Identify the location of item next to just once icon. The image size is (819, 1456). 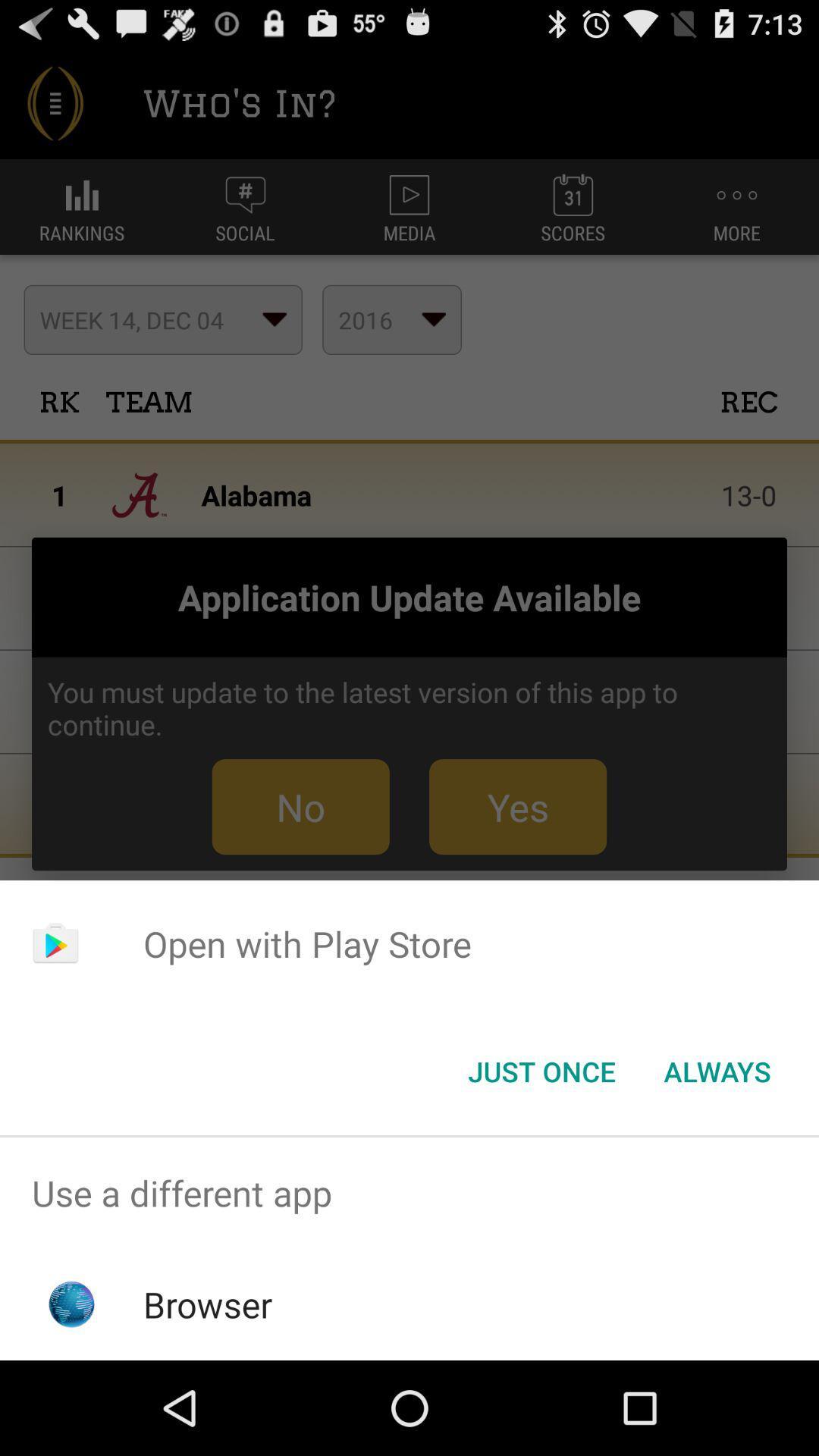
(717, 1070).